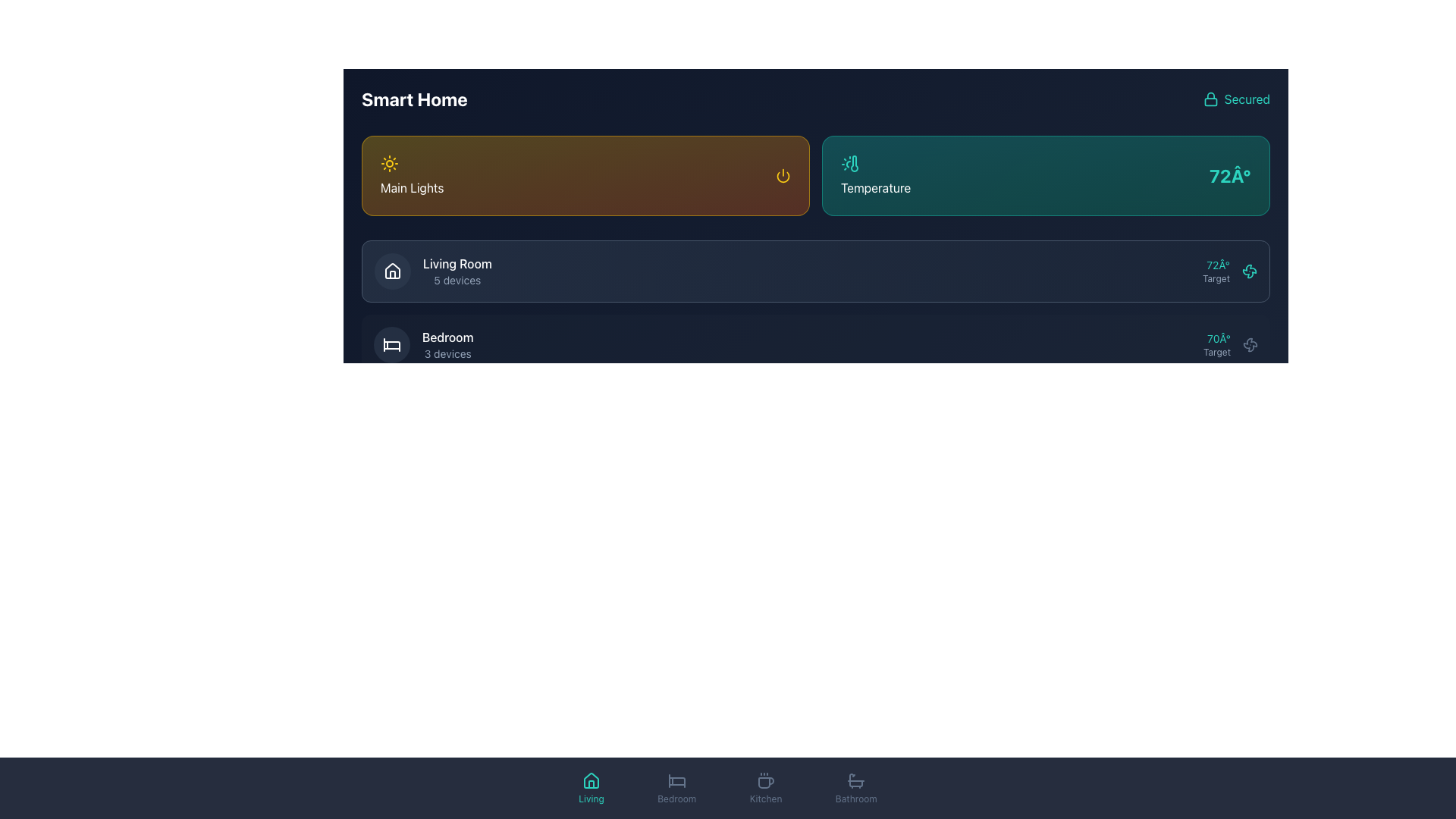  What do you see at coordinates (1249, 271) in the screenshot?
I see `the SVG fan icon with teal-colored outlines that is positioned to the right of the '72°' temperature indicator within the 'Target' section in the 'Living Room'` at bounding box center [1249, 271].